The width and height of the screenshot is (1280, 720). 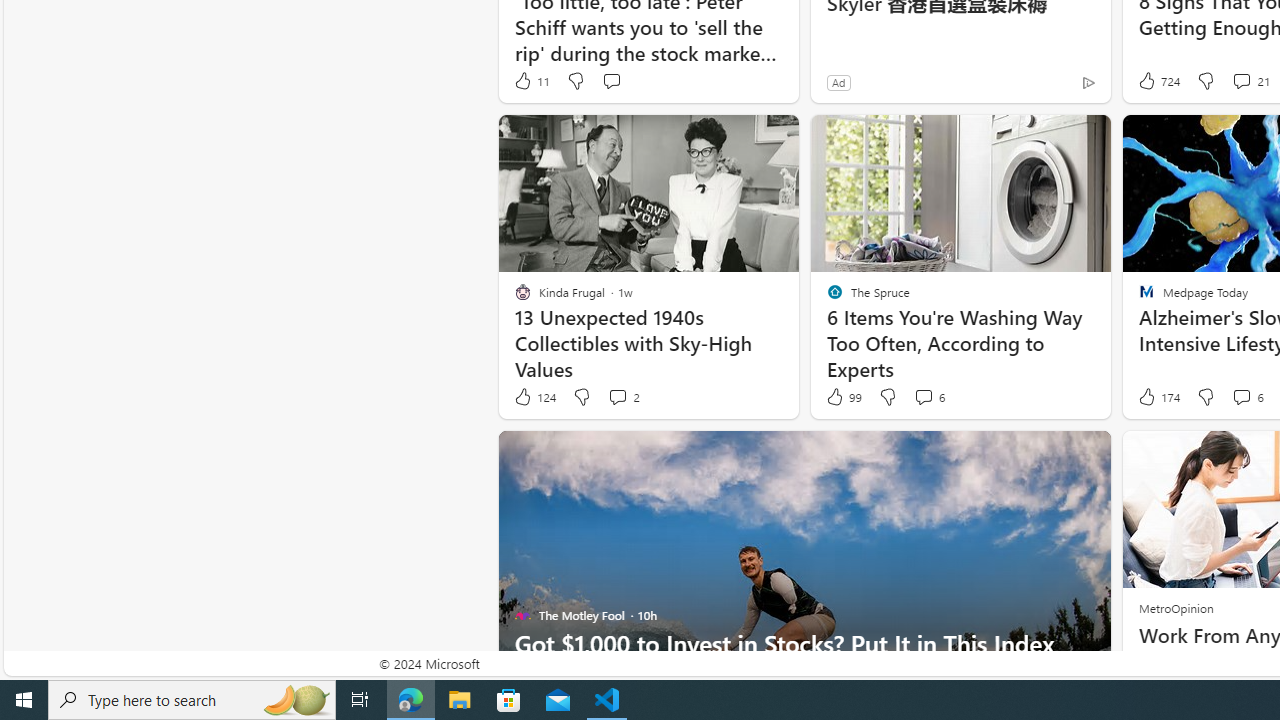 I want to click on 'MetroOpinion', so click(x=1175, y=607).